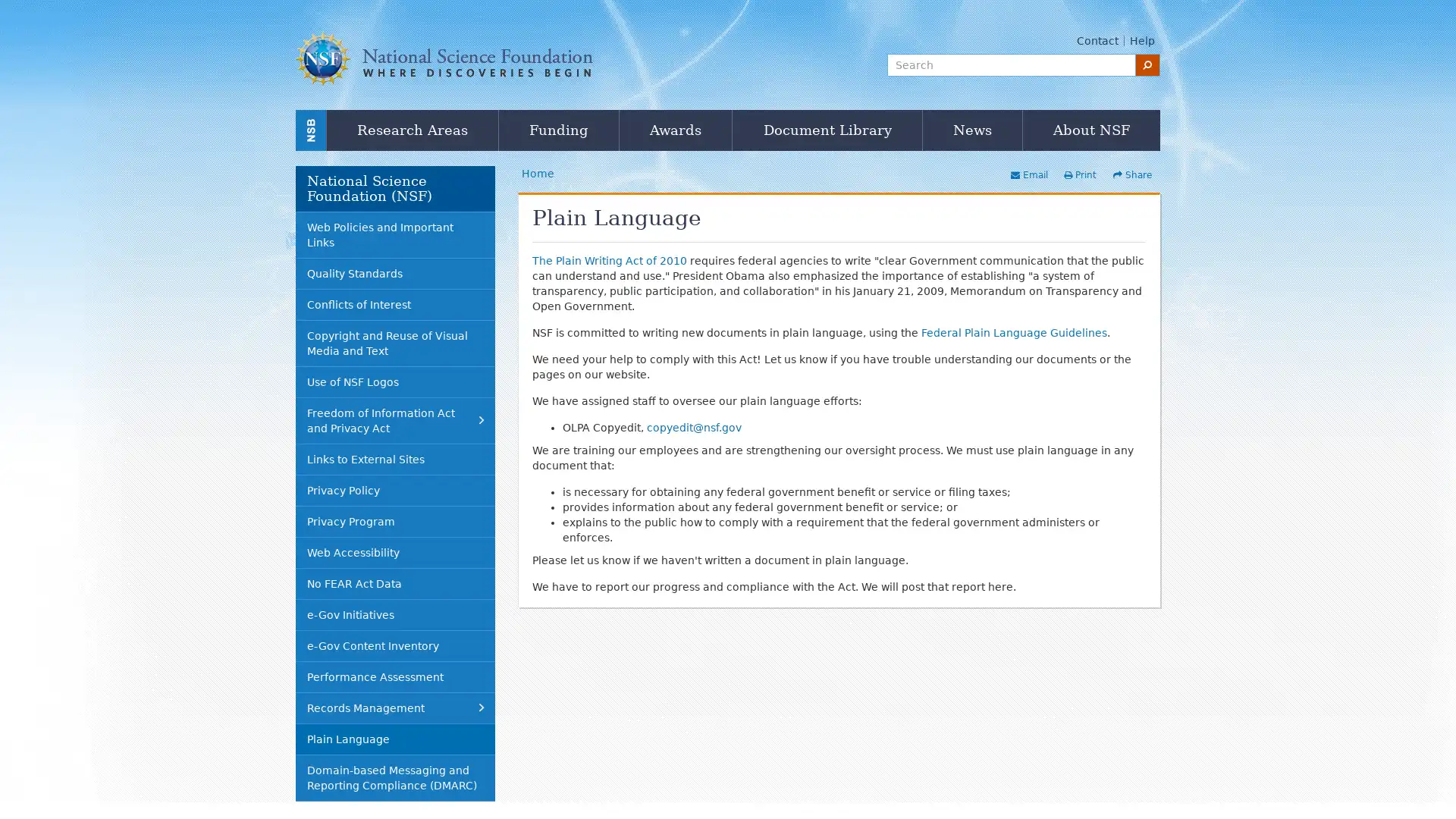 This screenshot has height=819, width=1456. Describe the element at coordinates (1147, 64) in the screenshot. I see `search` at that location.